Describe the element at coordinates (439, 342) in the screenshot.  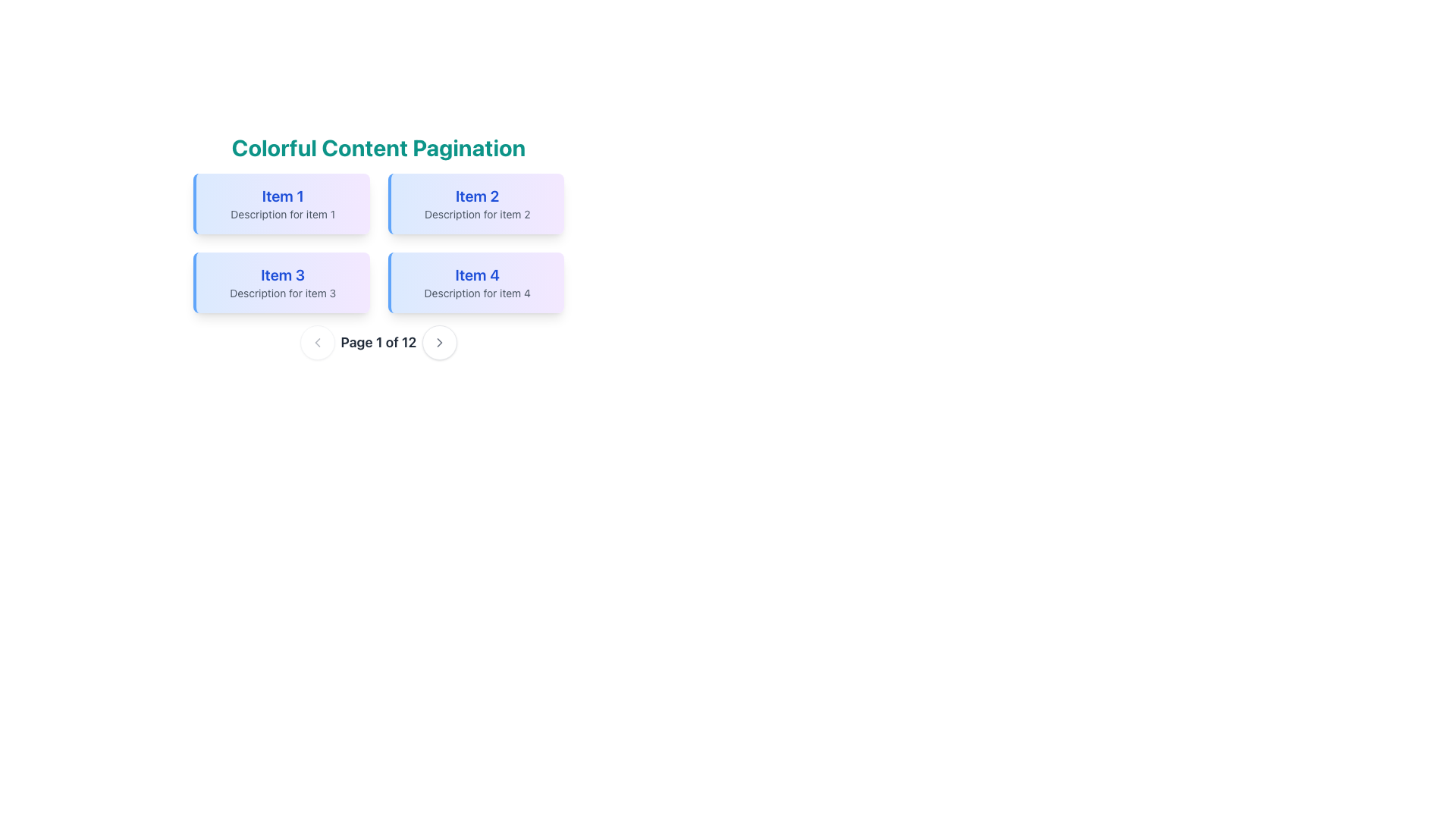
I see `the rightward-facing chevron arrow icon used for navigation located in the pagination controls` at that location.